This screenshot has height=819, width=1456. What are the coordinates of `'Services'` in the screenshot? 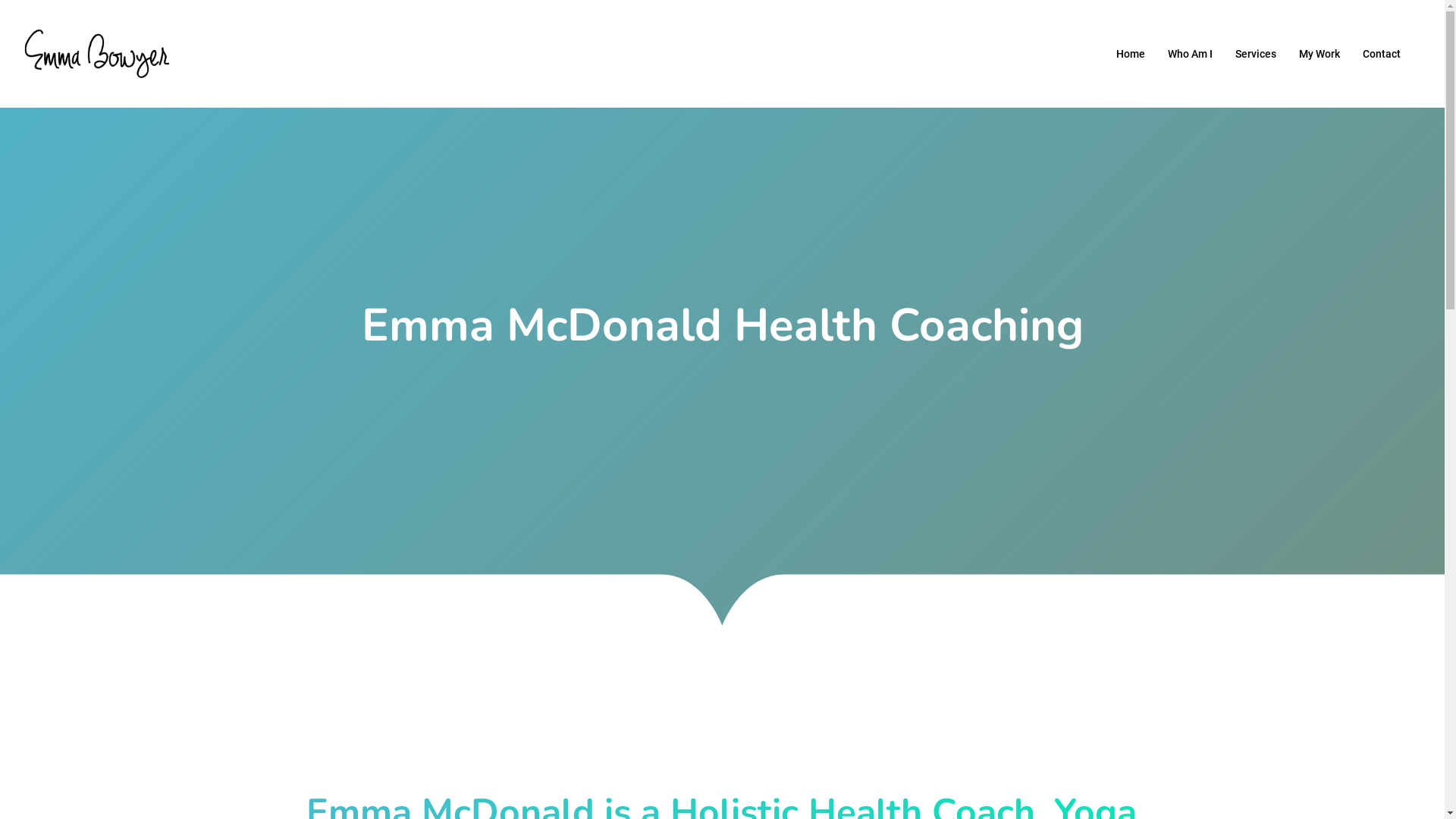 It's located at (1256, 52).